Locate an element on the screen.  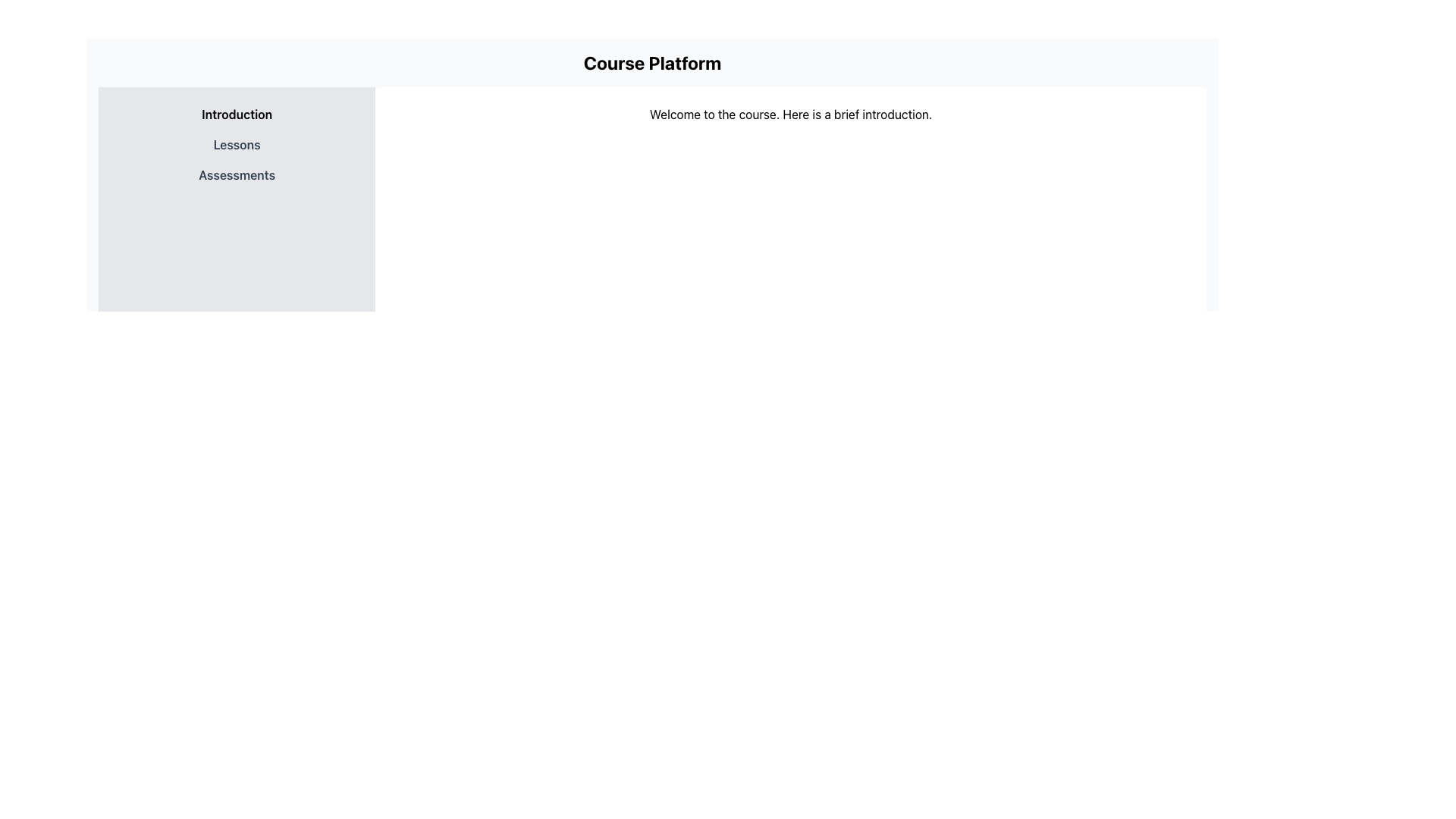
the text label displaying 'Assessments' is located at coordinates (236, 174).